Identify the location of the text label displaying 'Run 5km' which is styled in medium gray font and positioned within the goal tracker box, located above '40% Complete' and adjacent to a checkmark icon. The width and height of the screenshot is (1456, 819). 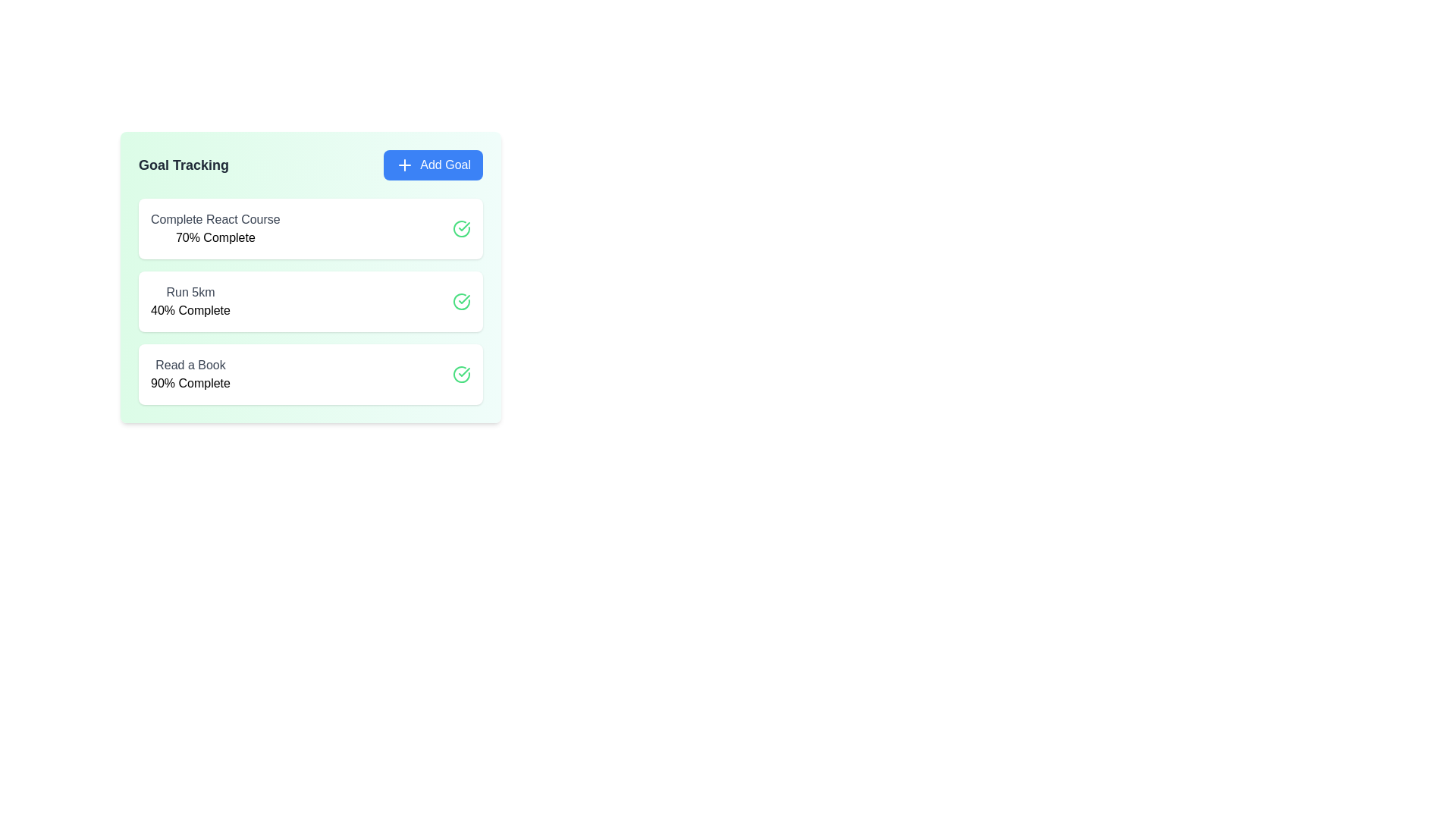
(190, 292).